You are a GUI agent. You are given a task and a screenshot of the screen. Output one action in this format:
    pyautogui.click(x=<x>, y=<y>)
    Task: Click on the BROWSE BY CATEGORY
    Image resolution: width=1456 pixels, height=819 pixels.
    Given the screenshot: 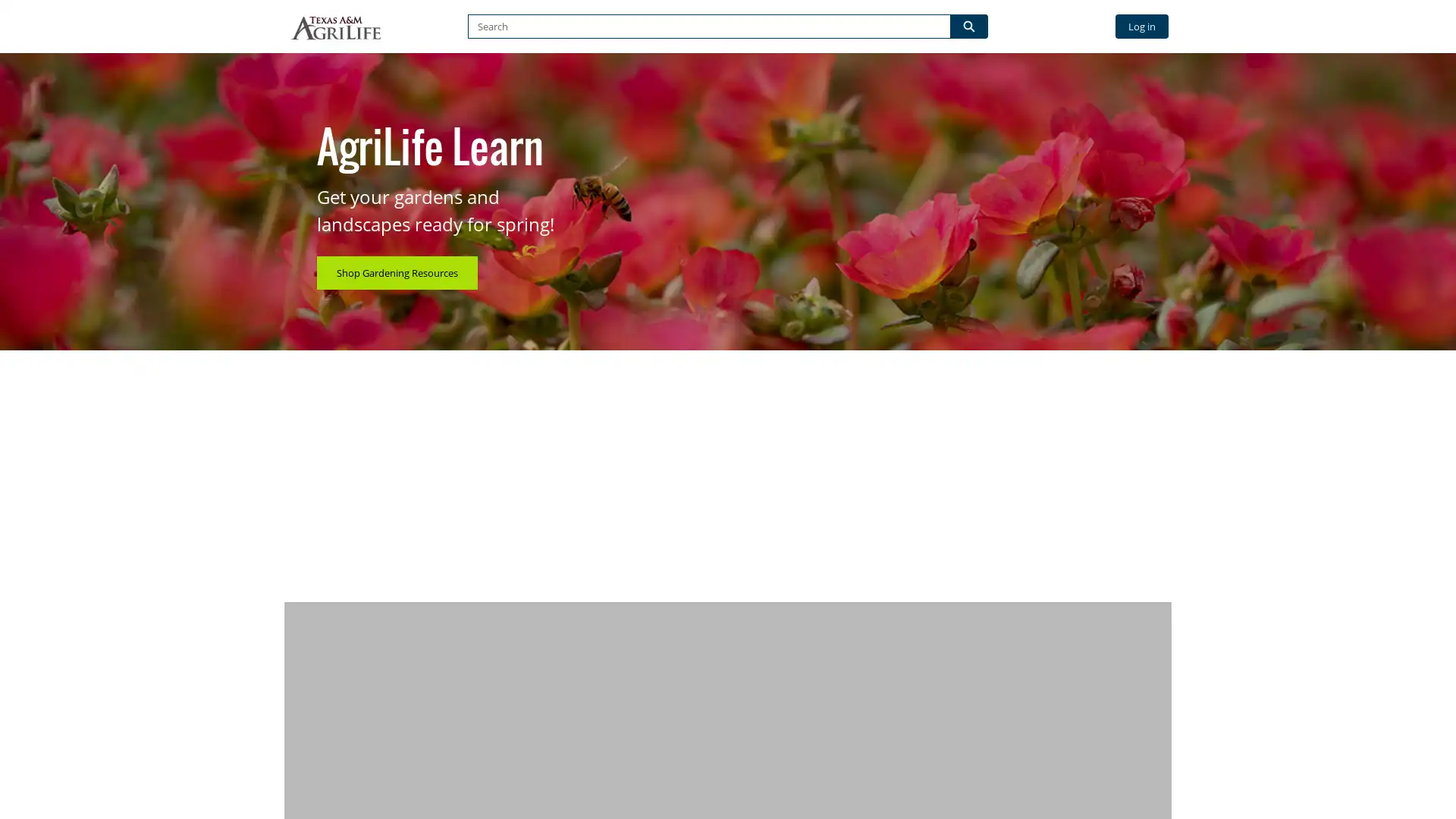 What is the action you would take?
    pyautogui.click(x=410, y=66)
    